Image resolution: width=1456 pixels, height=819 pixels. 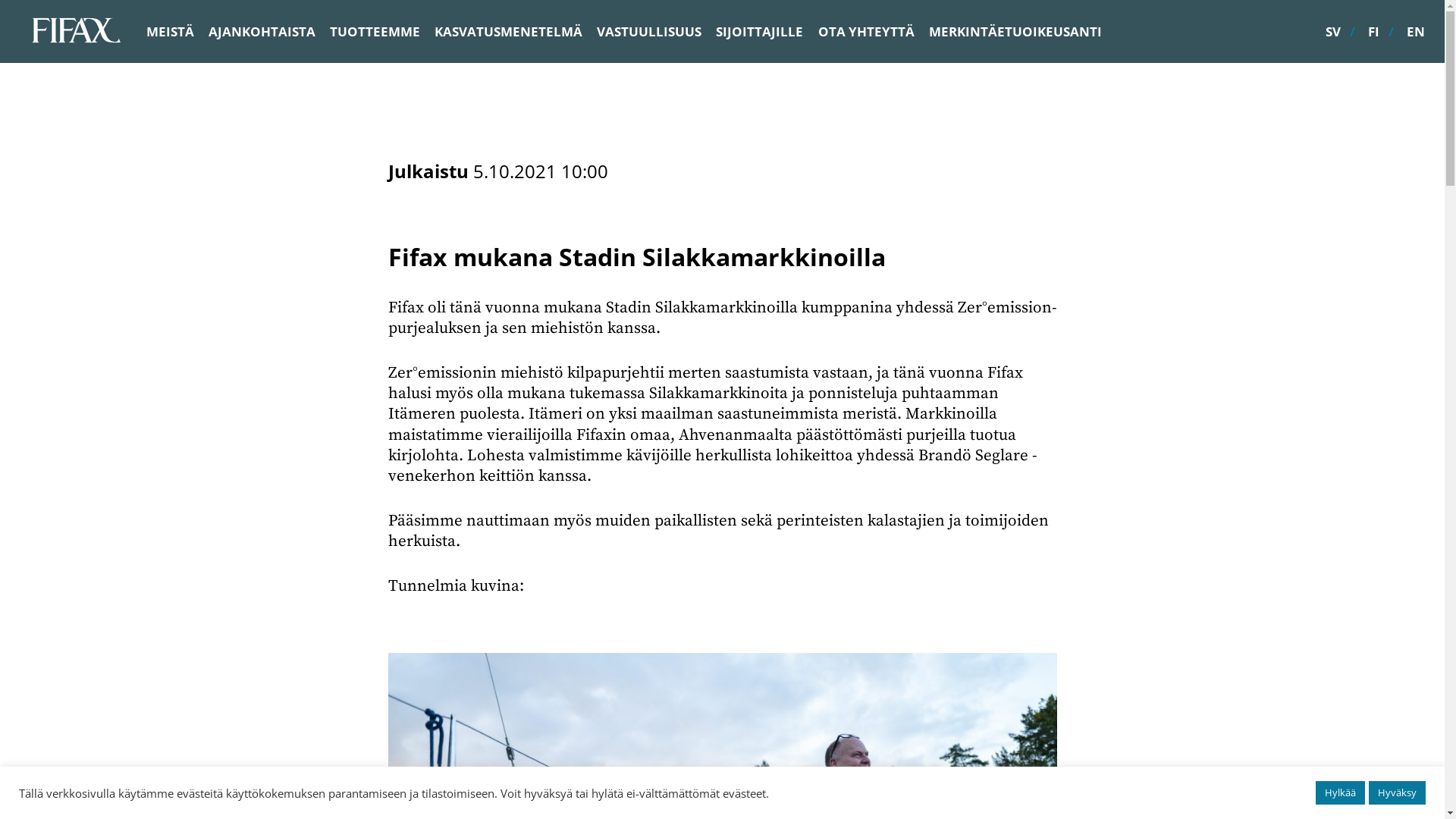 I want to click on 'EN', so click(x=1415, y=31).